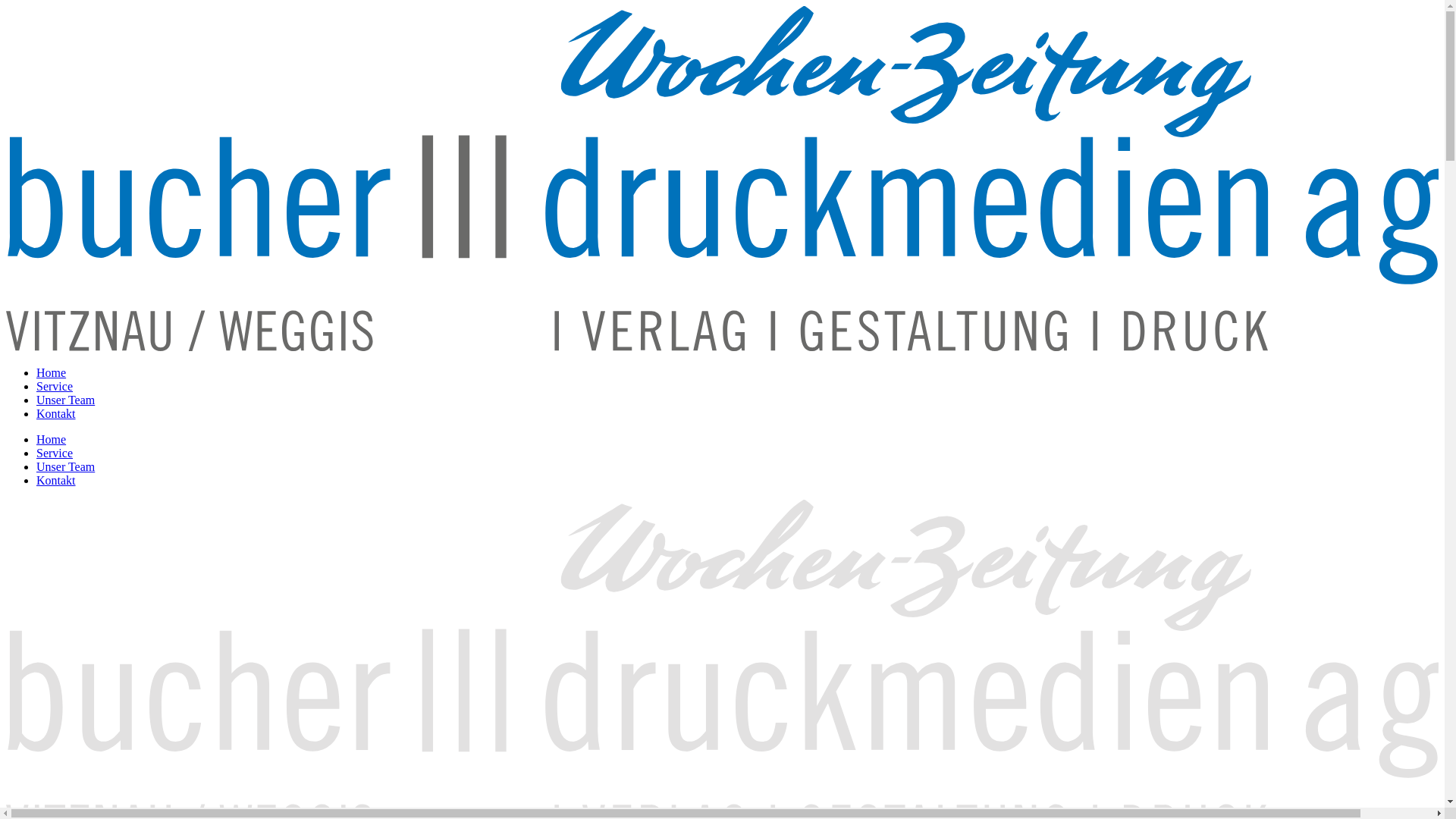  Describe the element at coordinates (55, 452) in the screenshot. I see `'Service'` at that location.